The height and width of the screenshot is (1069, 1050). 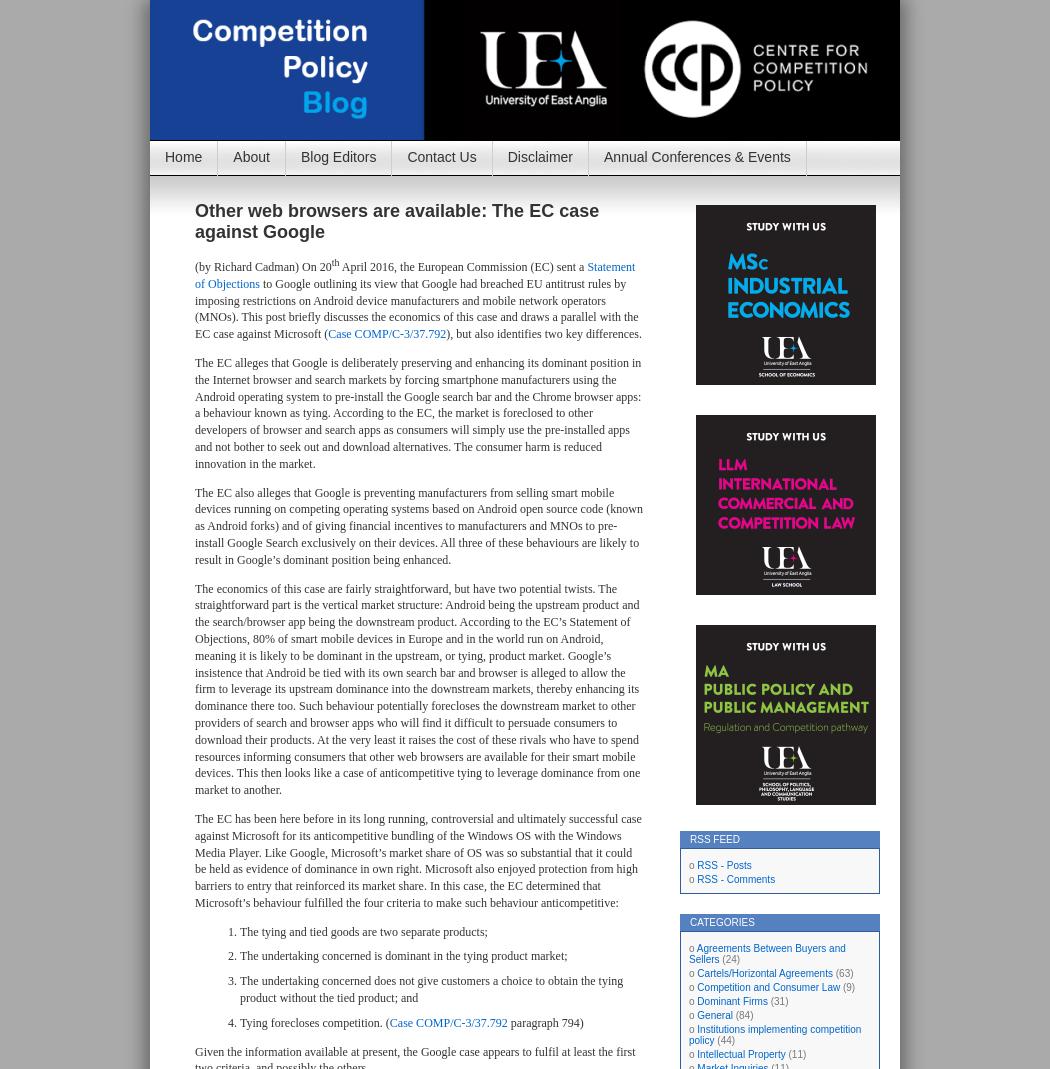 I want to click on 'The EC also alleges that Google is preventing manufacturers from selling smart mobile devices running on competing operating systems based on Android open source code (known as Android forks) and of giving financial incentives to manufacturers and MNOs to pre-install Google Search exclusively on their devices. All three of these behaviours are likely to result in Google’s dominant position being enhanced.', so click(x=193, y=524).